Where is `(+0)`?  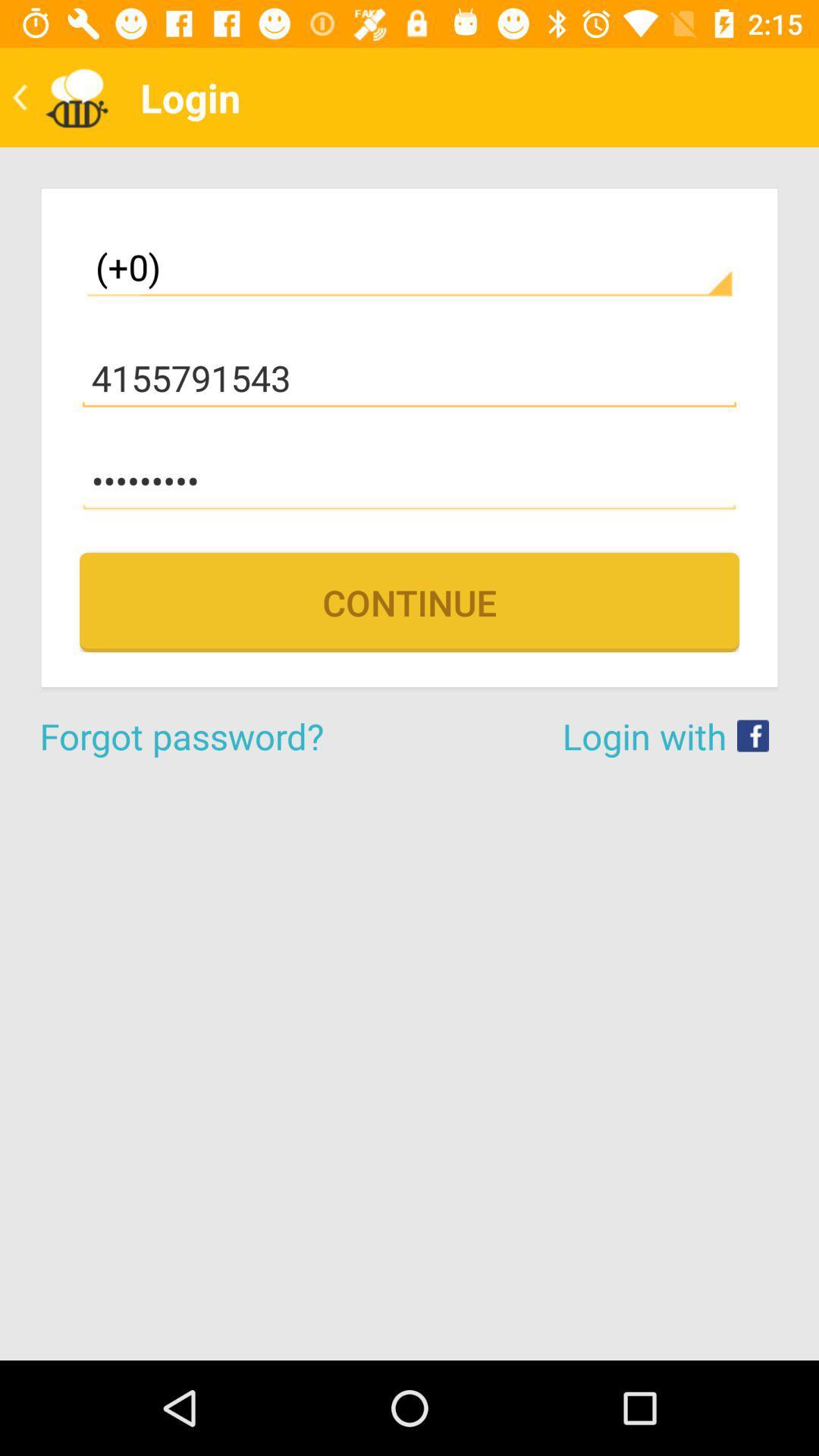 (+0) is located at coordinates (409, 267).